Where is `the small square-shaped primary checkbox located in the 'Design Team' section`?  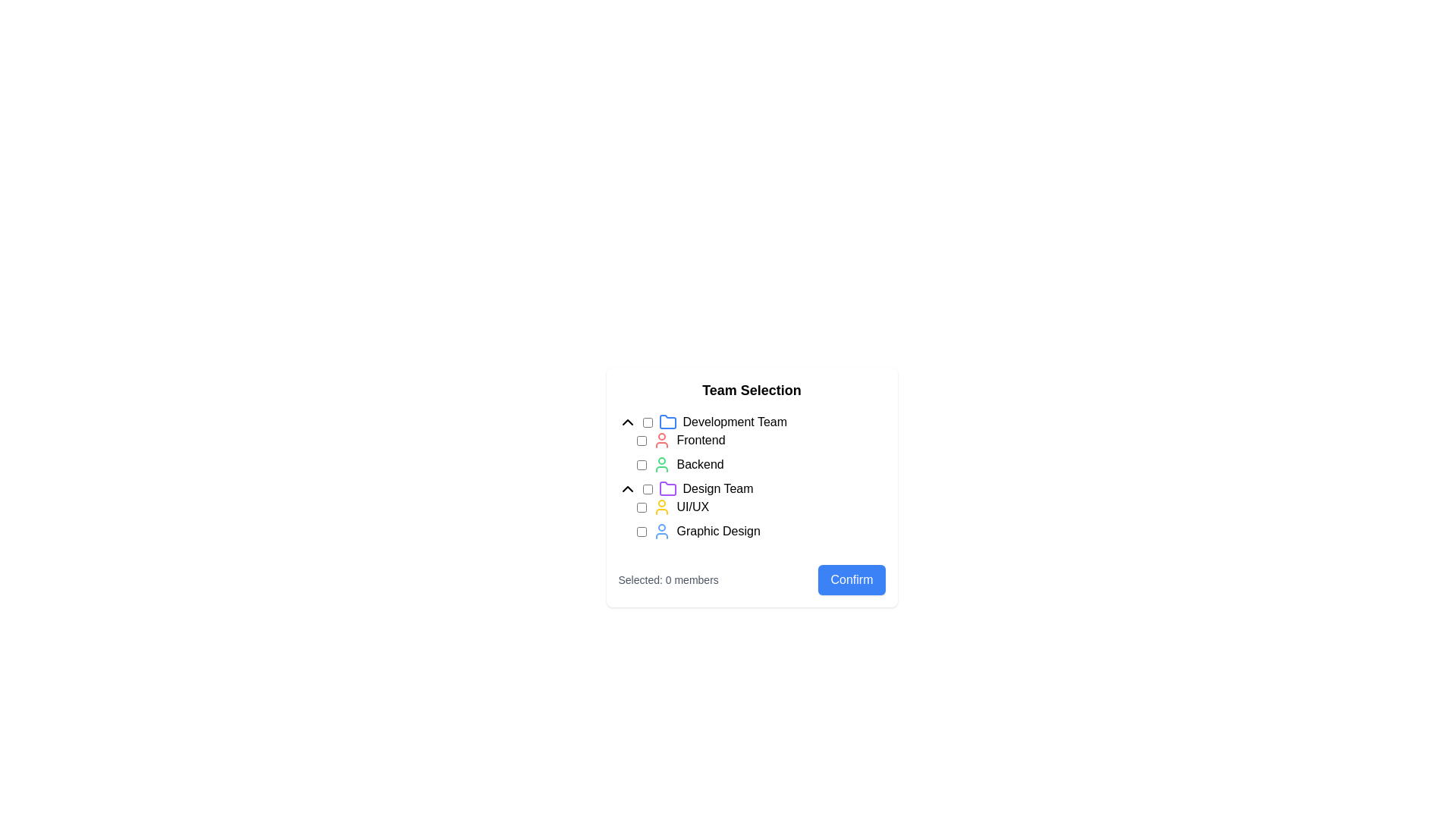
the small square-shaped primary checkbox located in the 'Design Team' section is located at coordinates (648, 488).